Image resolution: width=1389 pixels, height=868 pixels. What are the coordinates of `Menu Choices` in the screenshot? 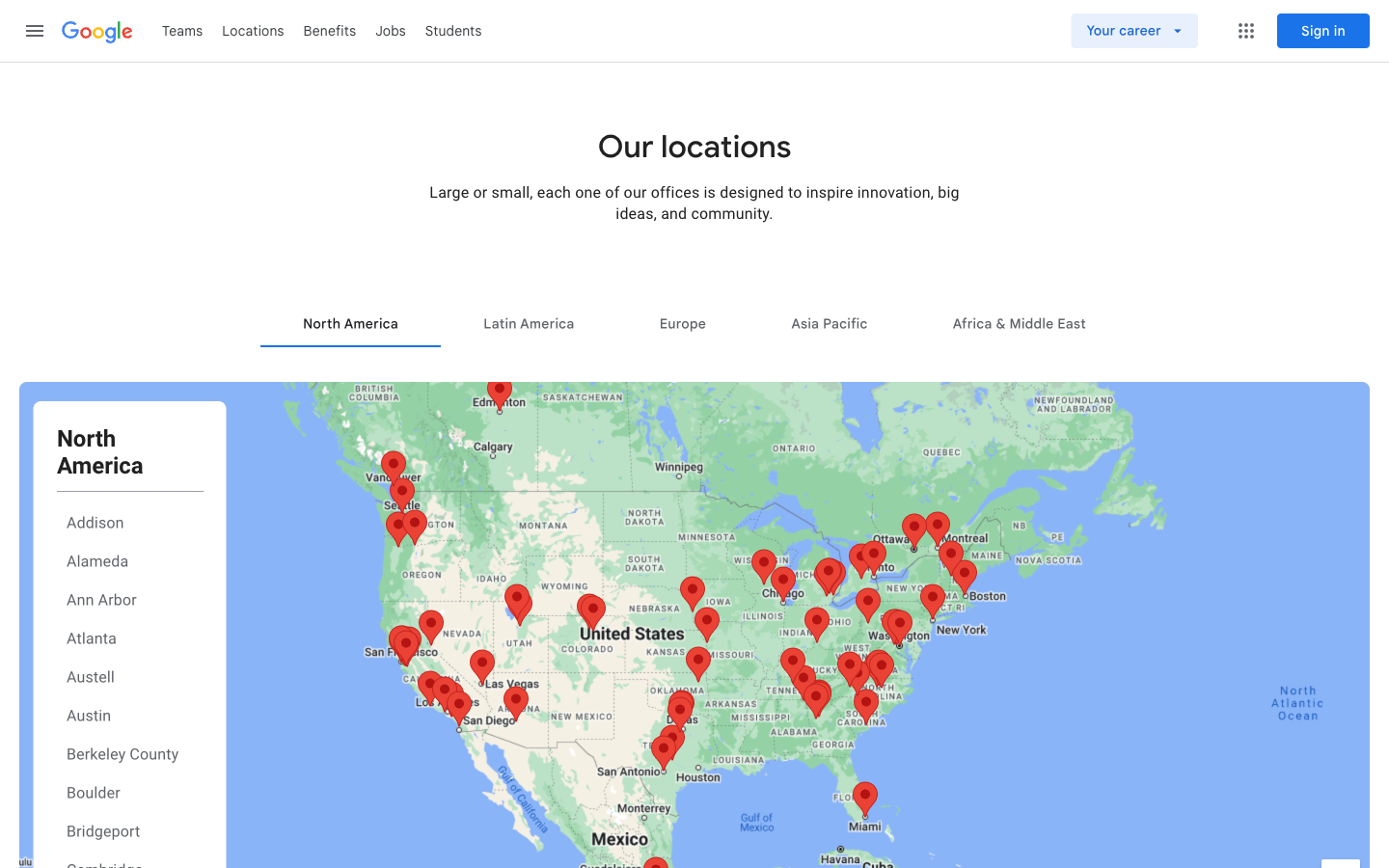 It's located at (1245, 30).